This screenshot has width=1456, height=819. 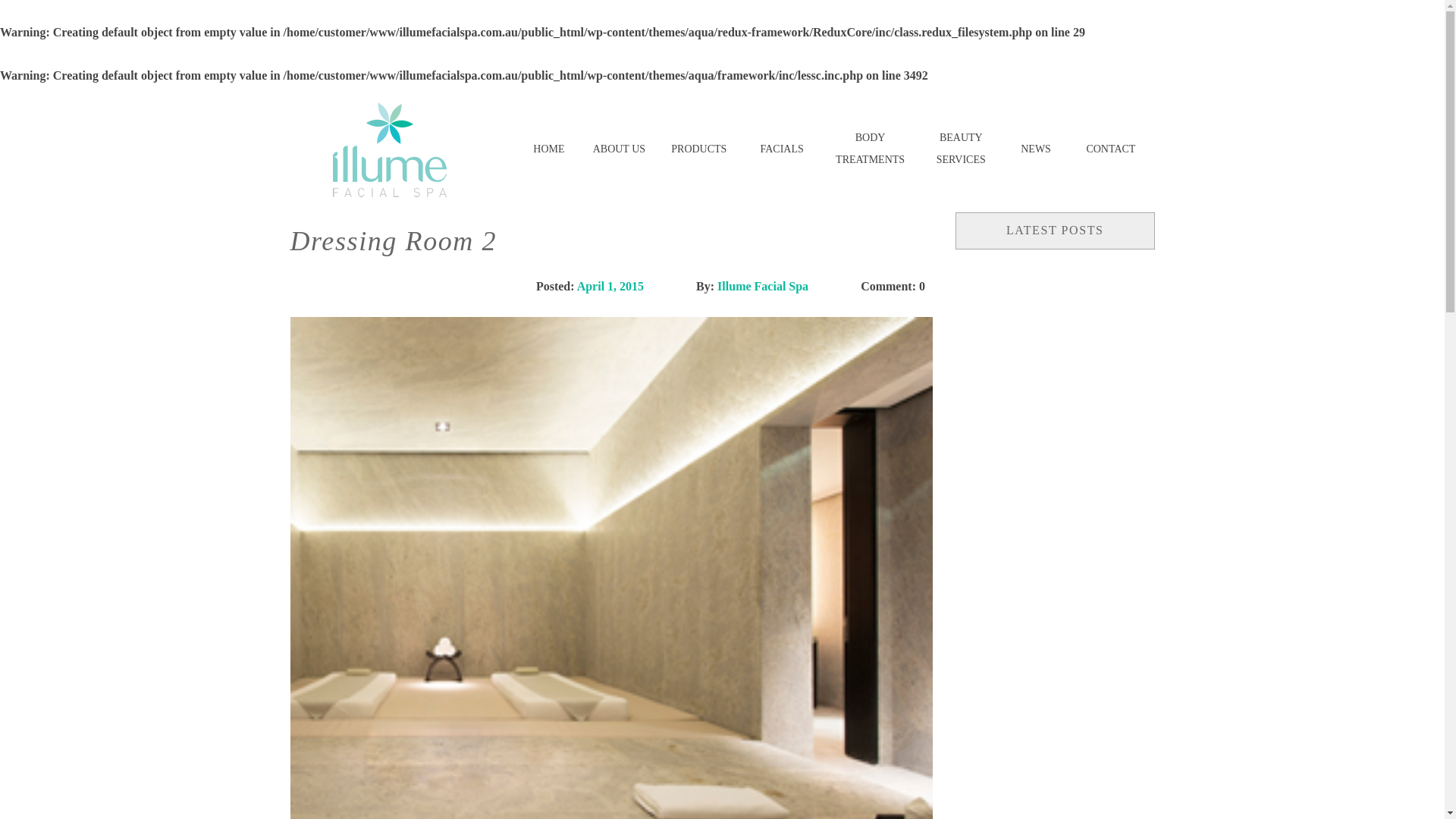 I want to click on 'PRODUCTS', so click(x=698, y=149).